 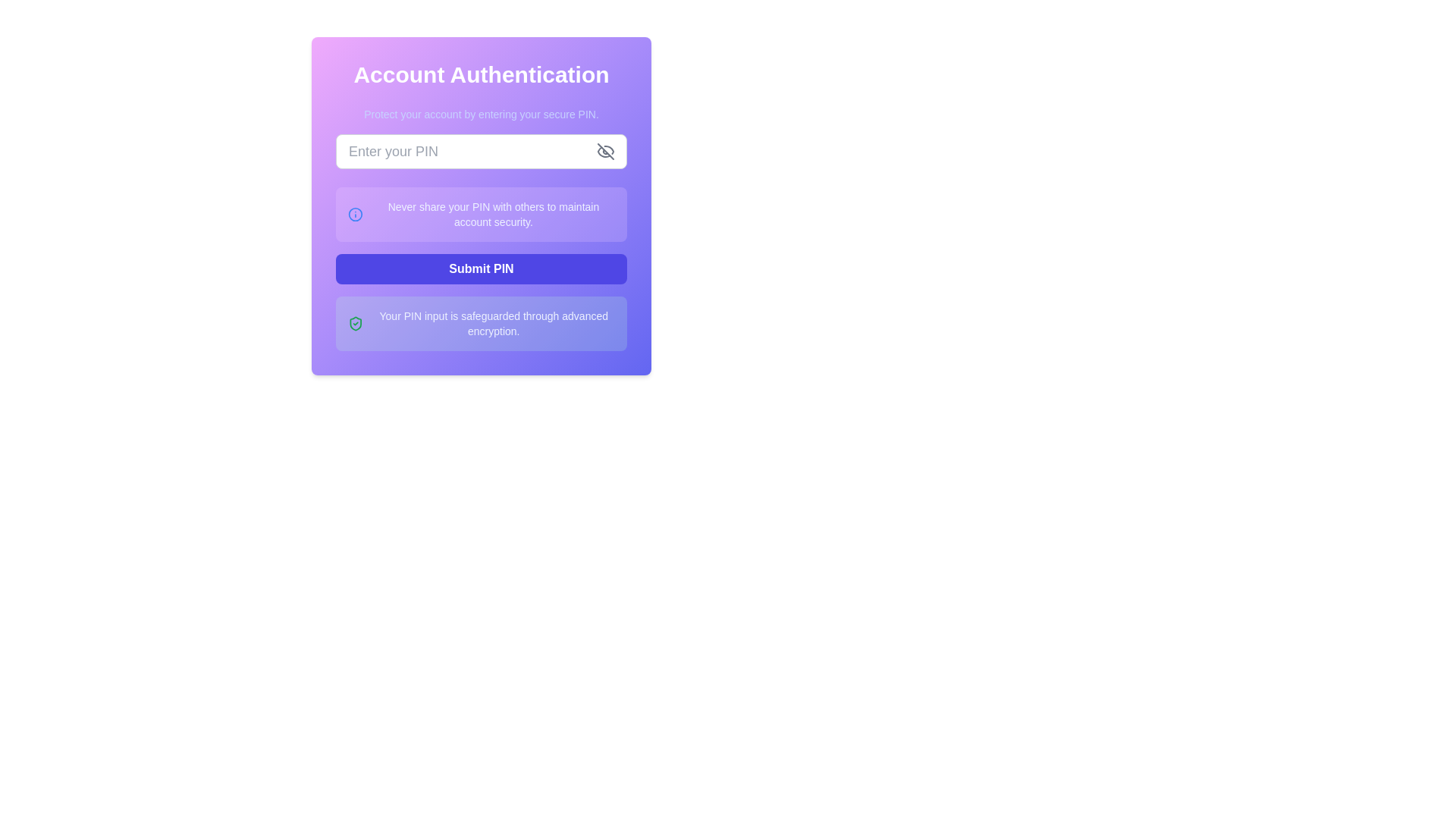 What do you see at coordinates (480, 214) in the screenshot?
I see `the informational text block with a light fuchsia background that contains an information icon and the text 'Never share your PIN with others to maintain account security'` at bounding box center [480, 214].